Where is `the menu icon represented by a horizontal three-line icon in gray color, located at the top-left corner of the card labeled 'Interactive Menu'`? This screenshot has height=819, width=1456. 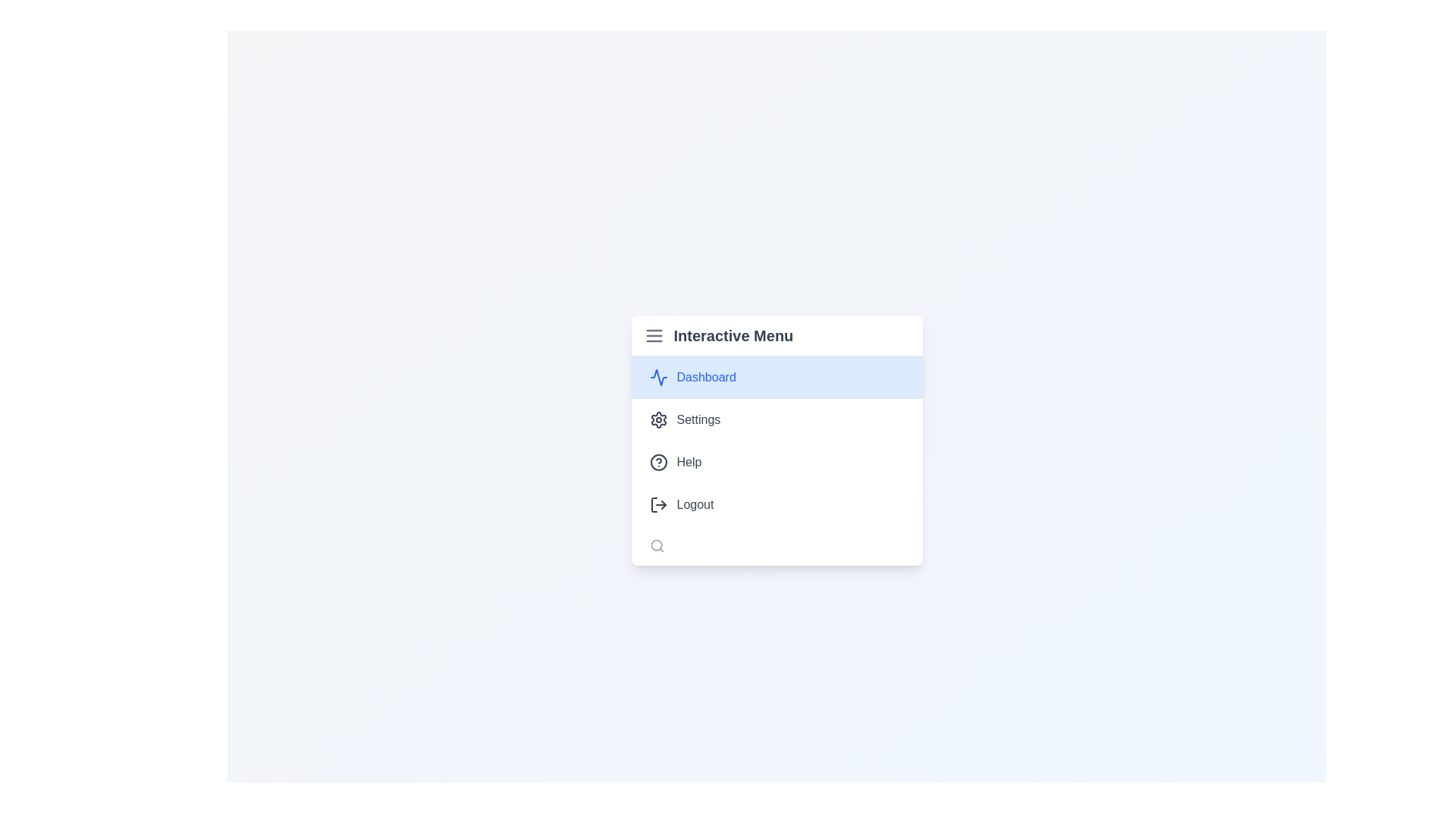
the menu icon represented by a horizontal three-line icon in gray color, located at the top-left corner of the card labeled 'Interactive Menu' is located at coordinates (654, 334).